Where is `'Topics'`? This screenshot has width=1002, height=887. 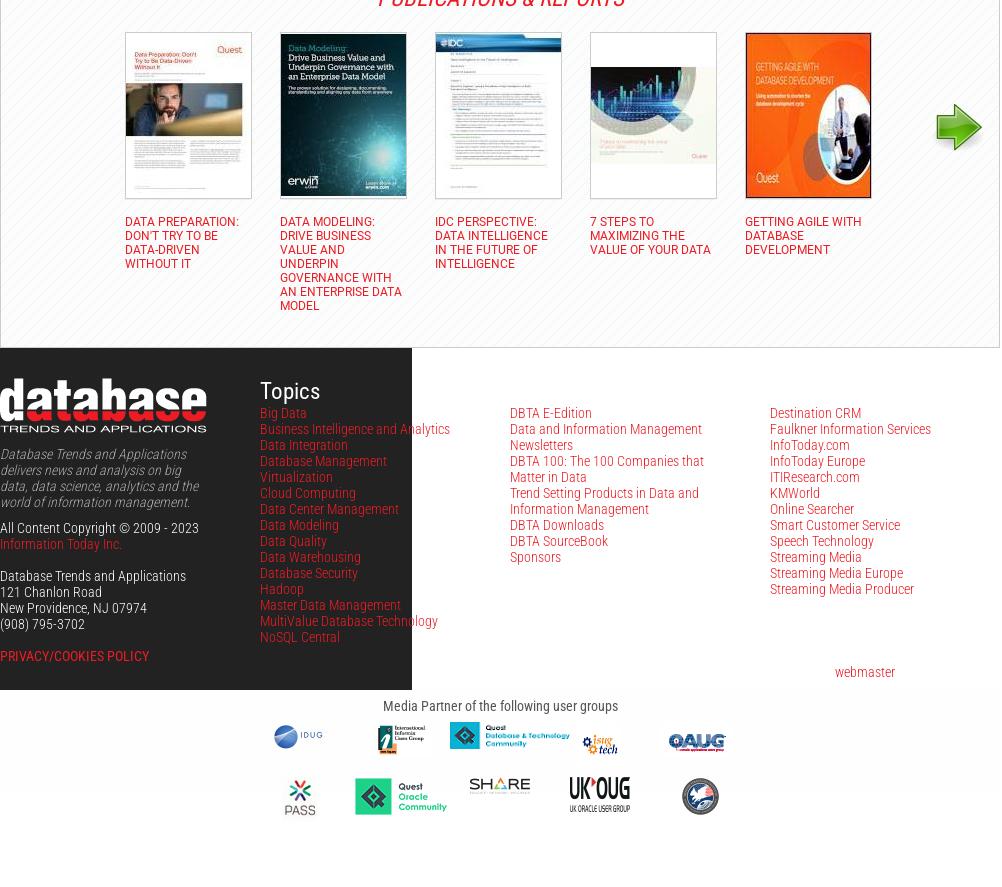
'Topics' is located at coordinates (288, 390).